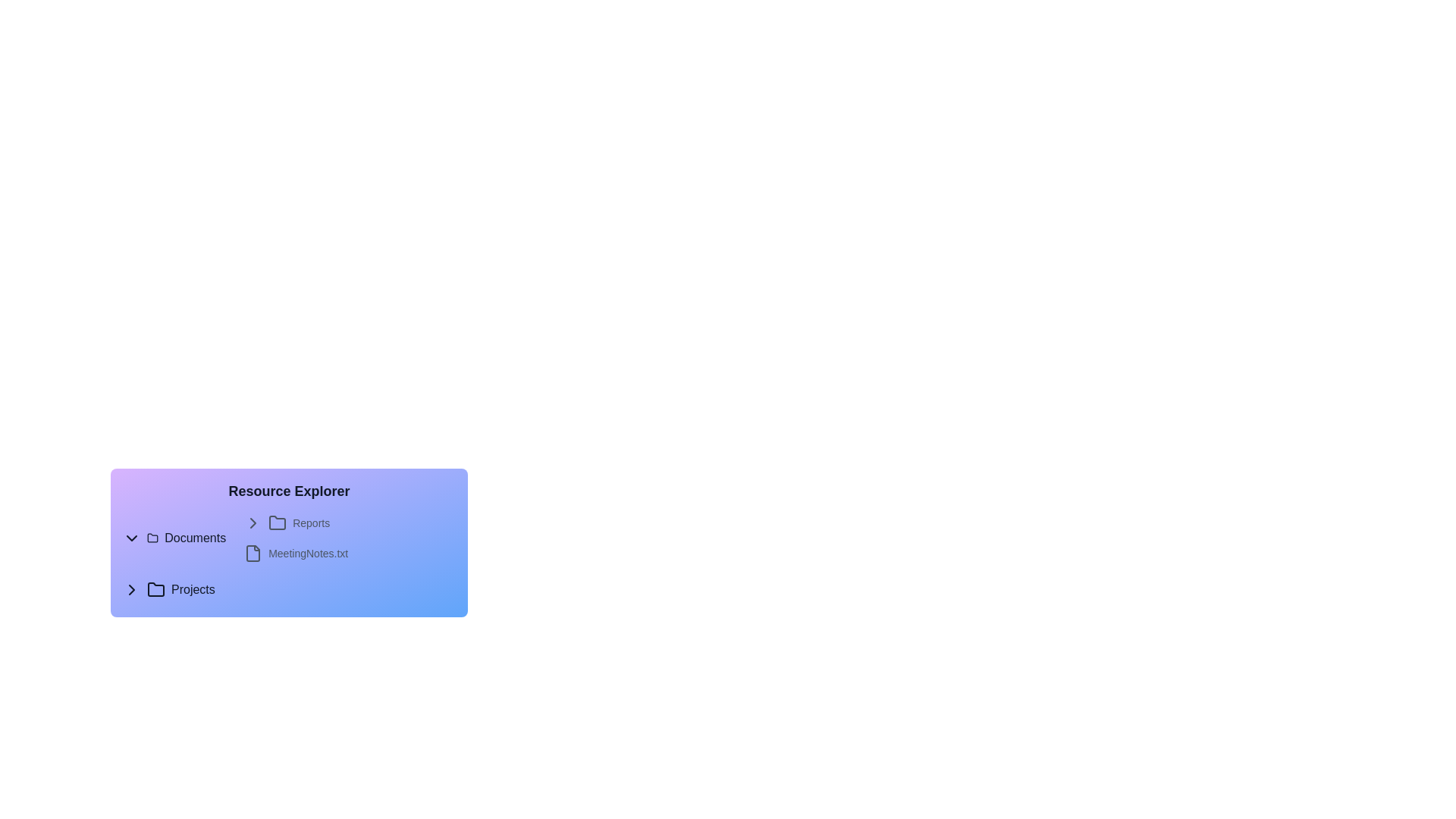 This screenshot has height=819, width=1456. I want to click on the Text Label that serves as a header or description for the items listed in the 'Resource Explorer' interface, located below the title 'Resource Explorer', so click(289, 553).